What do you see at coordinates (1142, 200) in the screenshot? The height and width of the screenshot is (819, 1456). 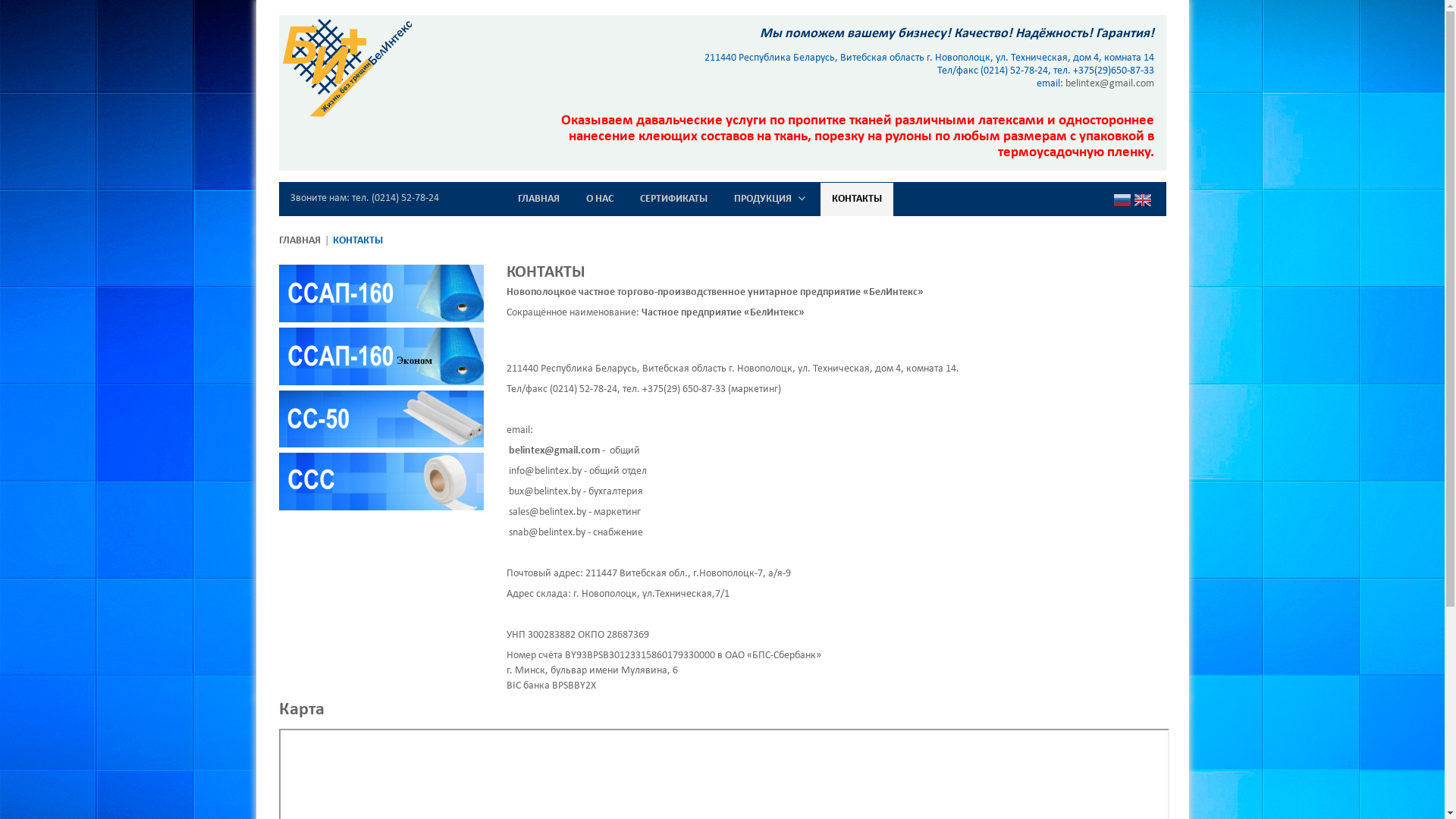 I see `'English'` at bounding box center [1142, 200].